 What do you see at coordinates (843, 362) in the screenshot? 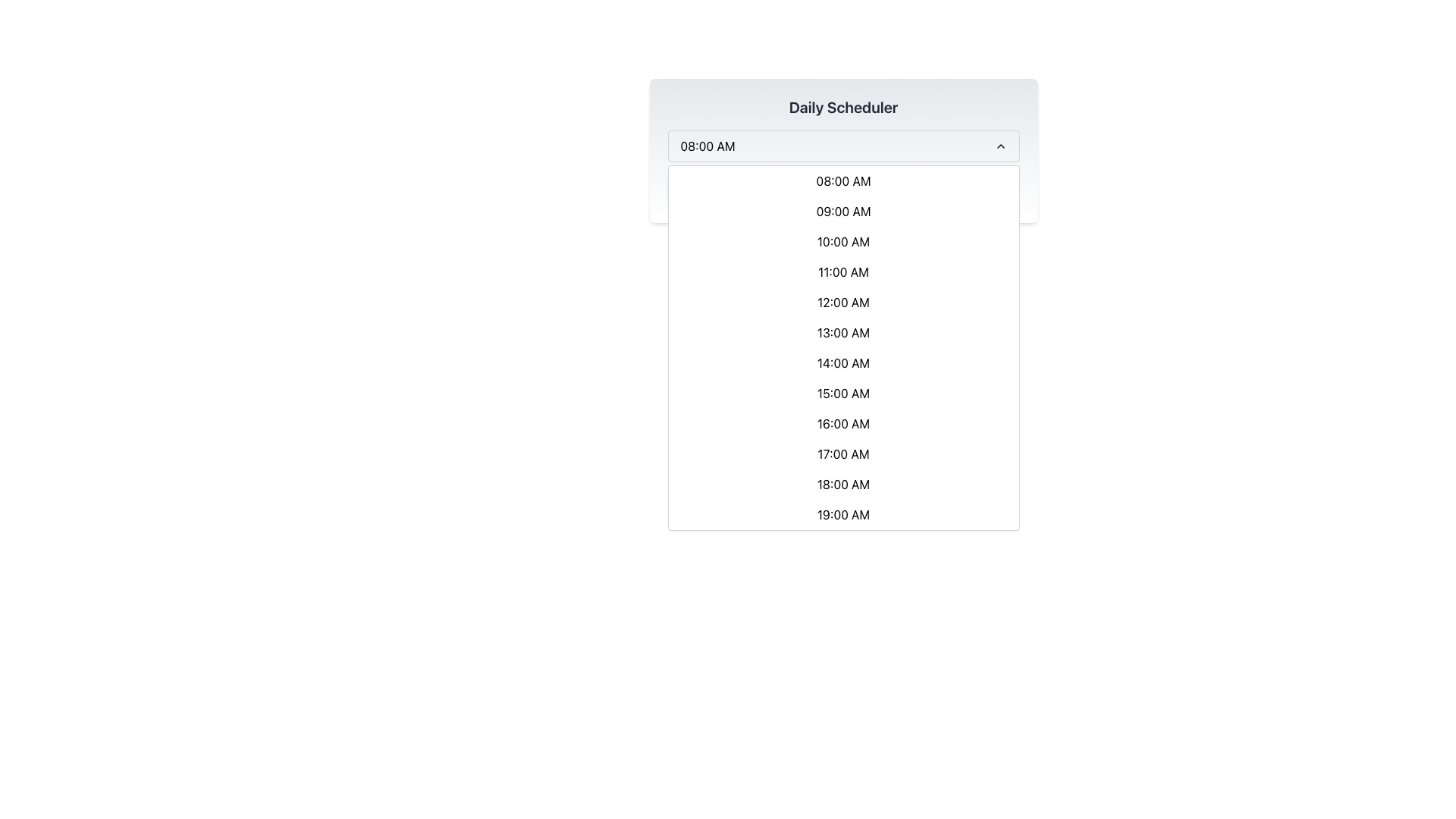
I see `the 7th selectable time option in the dropdown list` at bounding box center [843, 362].